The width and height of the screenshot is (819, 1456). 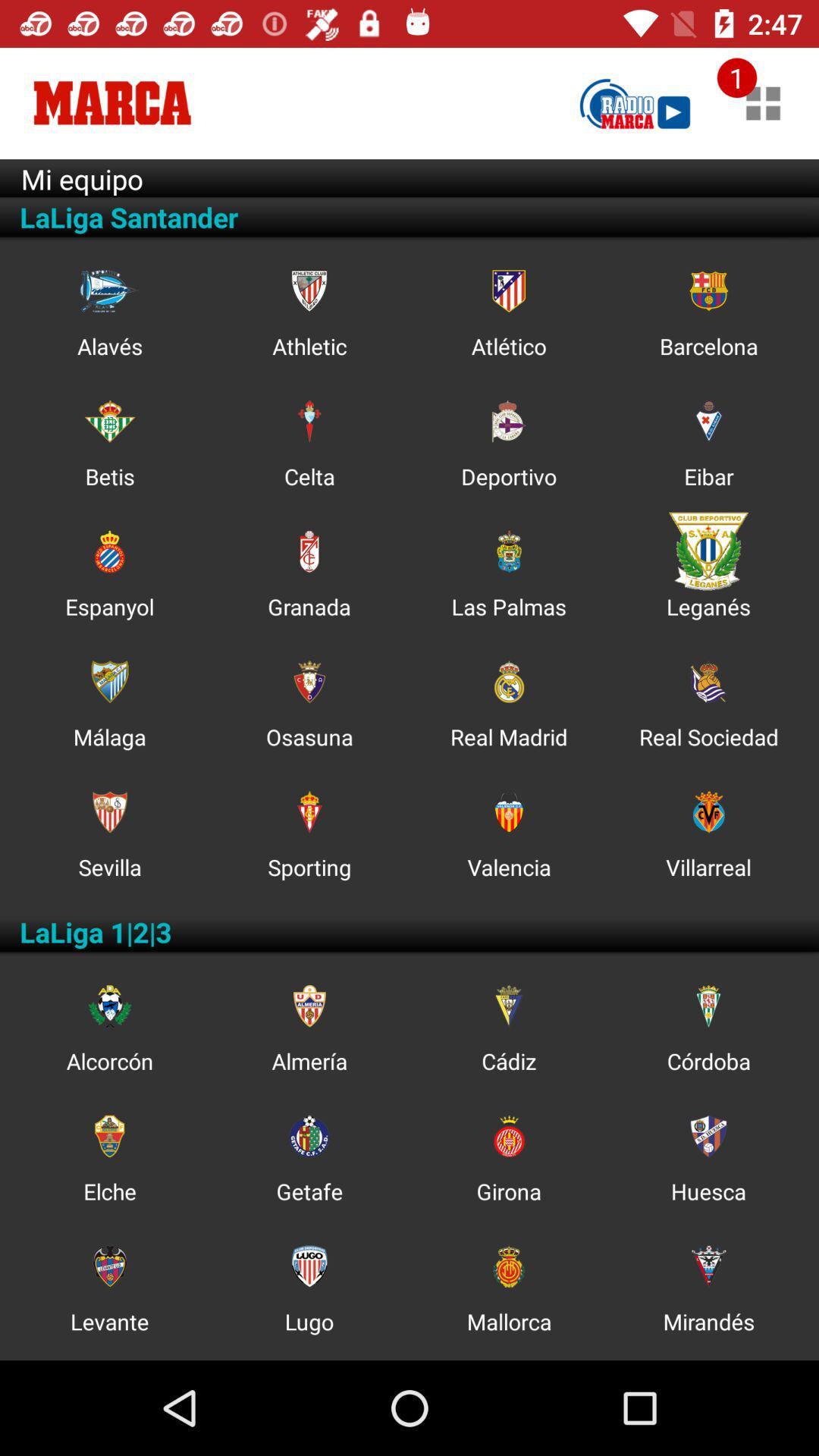 I want to click on the compare icon, so click(x=309, y=421).